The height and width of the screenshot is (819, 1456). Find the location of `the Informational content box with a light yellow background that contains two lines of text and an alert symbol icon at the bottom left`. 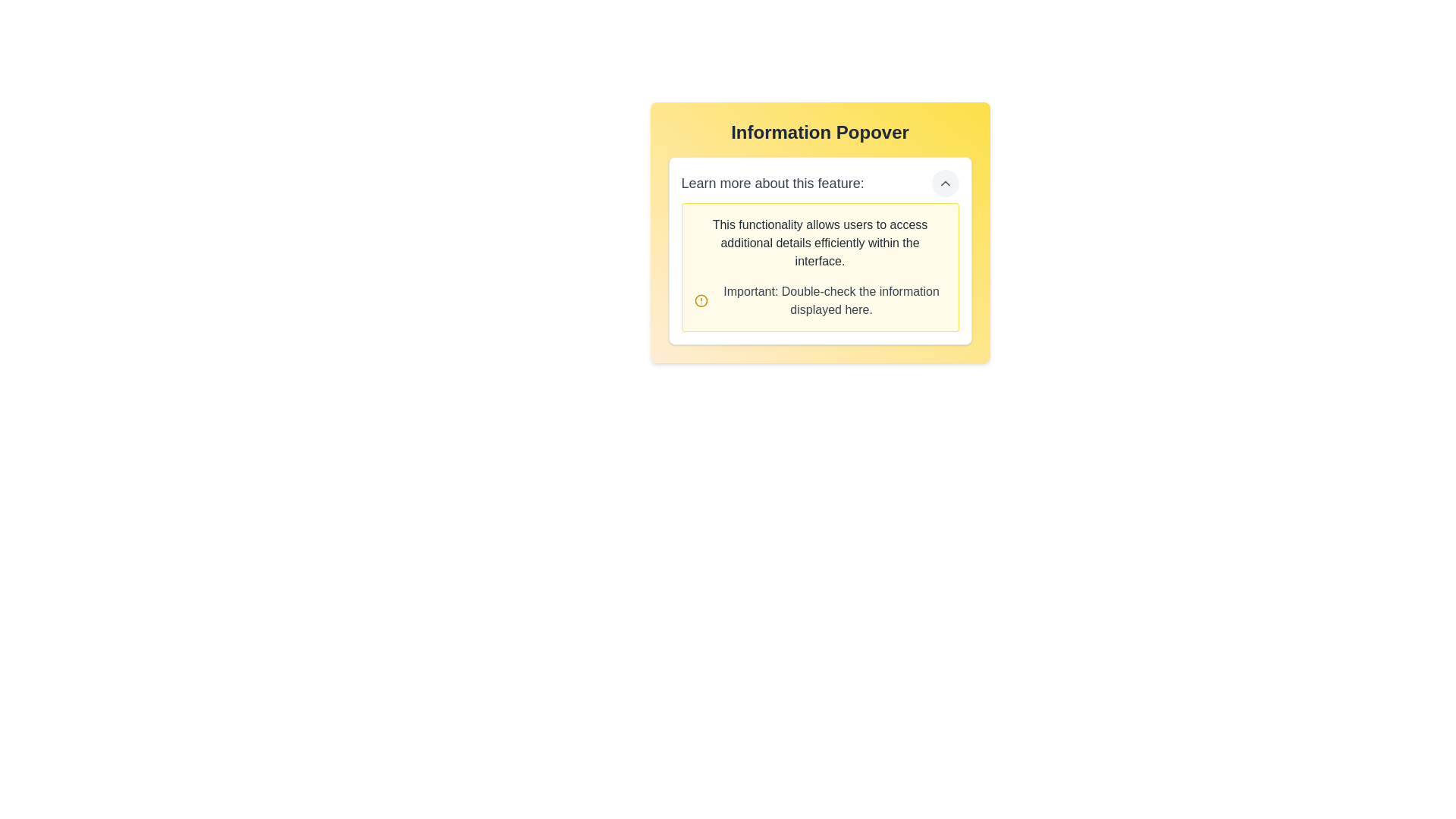

the Informational content box with a light yellow background that contains two lines of text and an alert symbol icon at the bottom left is located at coordinates (819, 267).